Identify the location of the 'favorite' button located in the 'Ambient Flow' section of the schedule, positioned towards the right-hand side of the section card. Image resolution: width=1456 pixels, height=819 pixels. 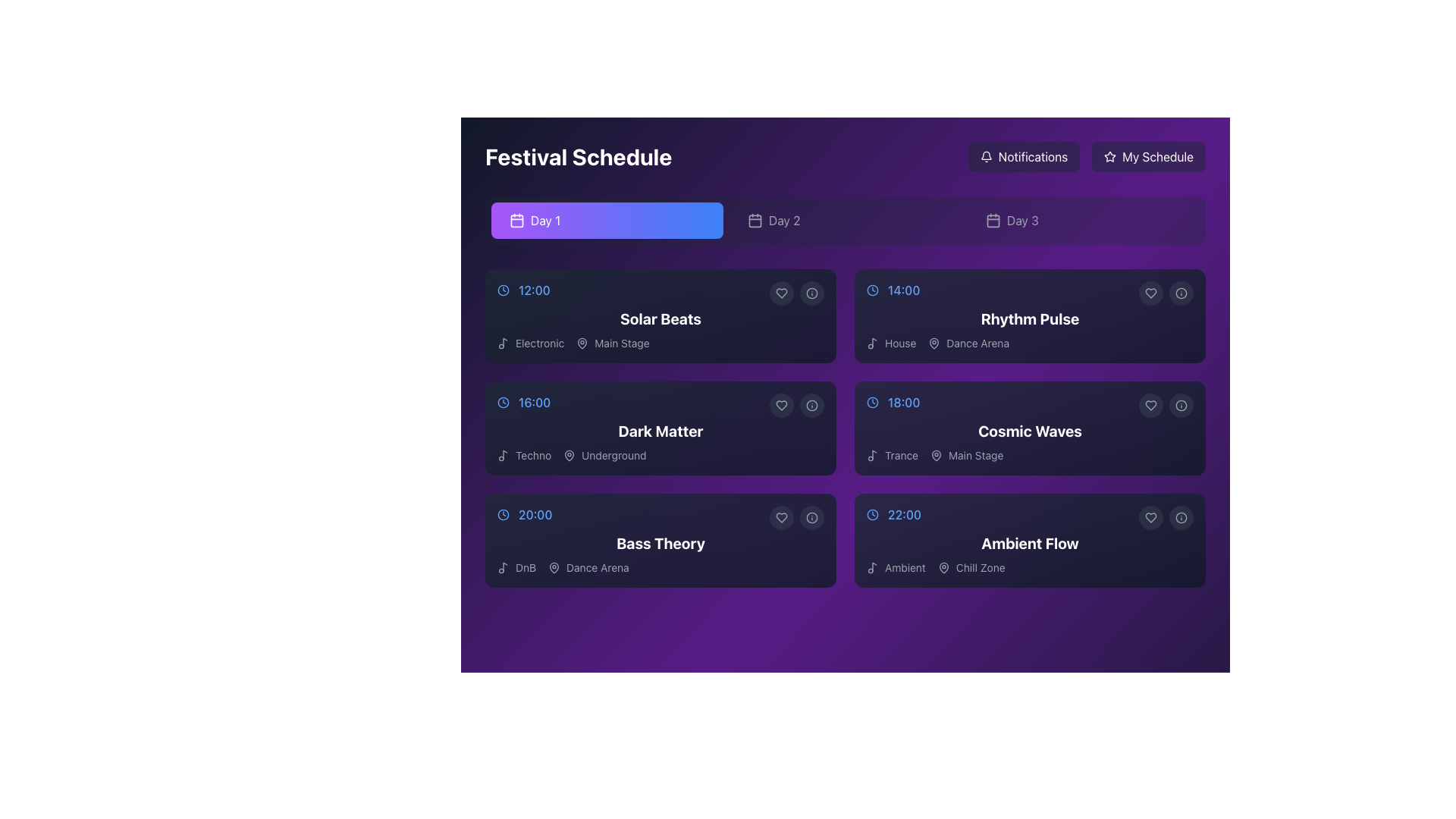
(1150, 516).